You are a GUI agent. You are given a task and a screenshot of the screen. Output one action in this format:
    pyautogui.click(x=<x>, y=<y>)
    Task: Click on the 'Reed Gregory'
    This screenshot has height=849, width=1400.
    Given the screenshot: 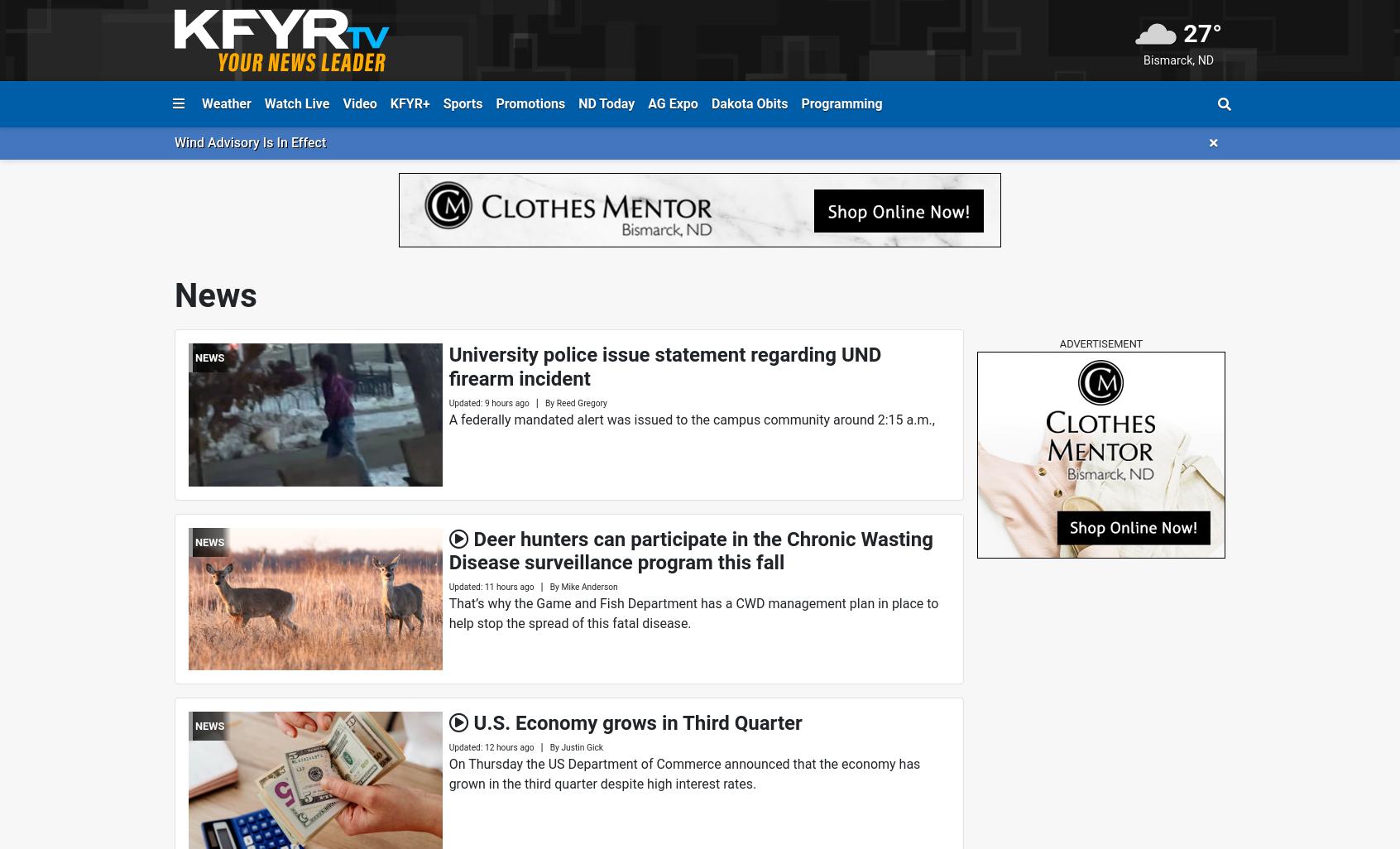 What is the action you would take?
    pyautogui.click(x=581, y=401)
    